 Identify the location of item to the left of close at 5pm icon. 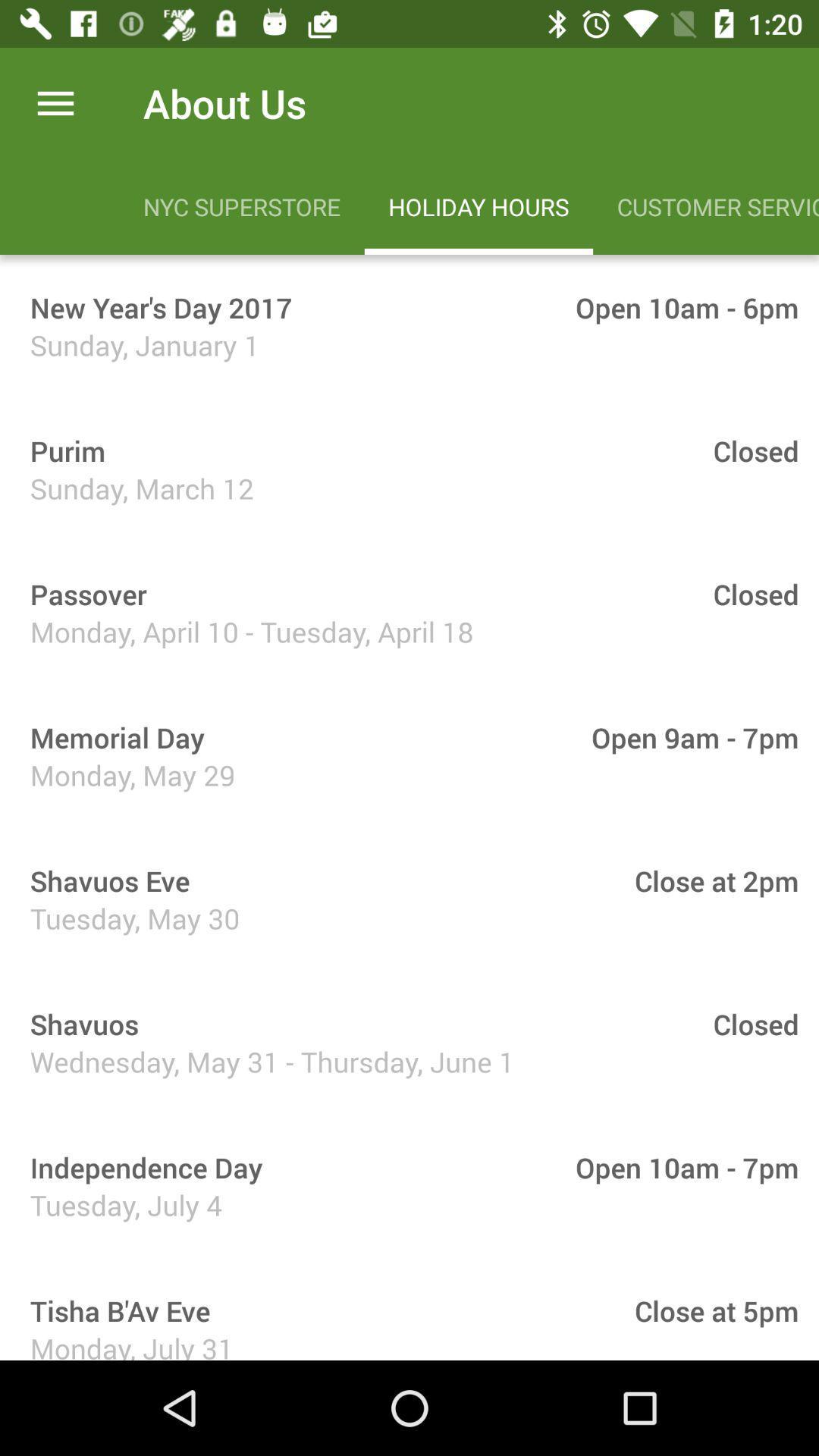
(114, 1310).